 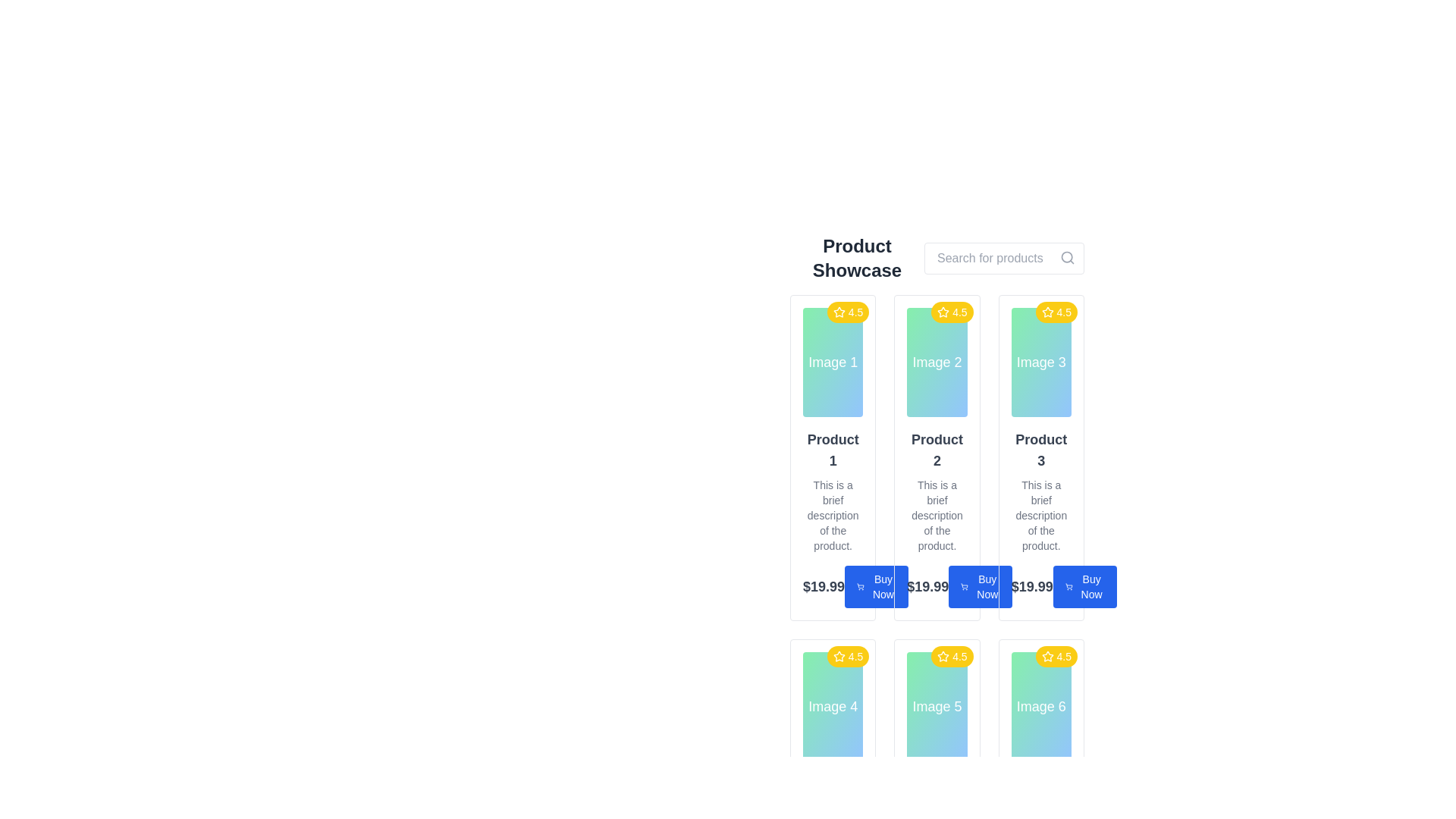 What do you see at coordinates (936, 514) in the screenshot?
I see `the Text Label element that contains the content 'This is a brief description of the product.' located in the center of the second product card in the second column of a grid layout` at bounding box center [936, 514].